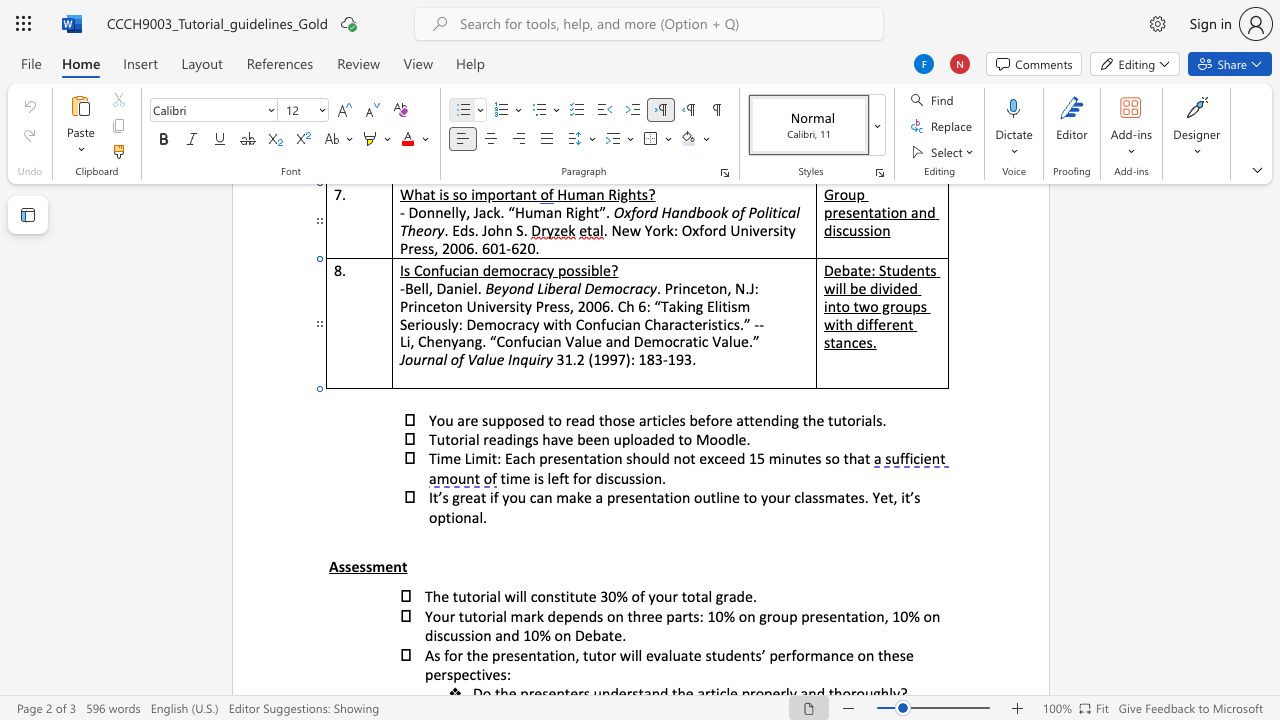  Describe the element at coordinates (499, 458) in the screenshot. I see `the 1th character ":" in the text` at that location.